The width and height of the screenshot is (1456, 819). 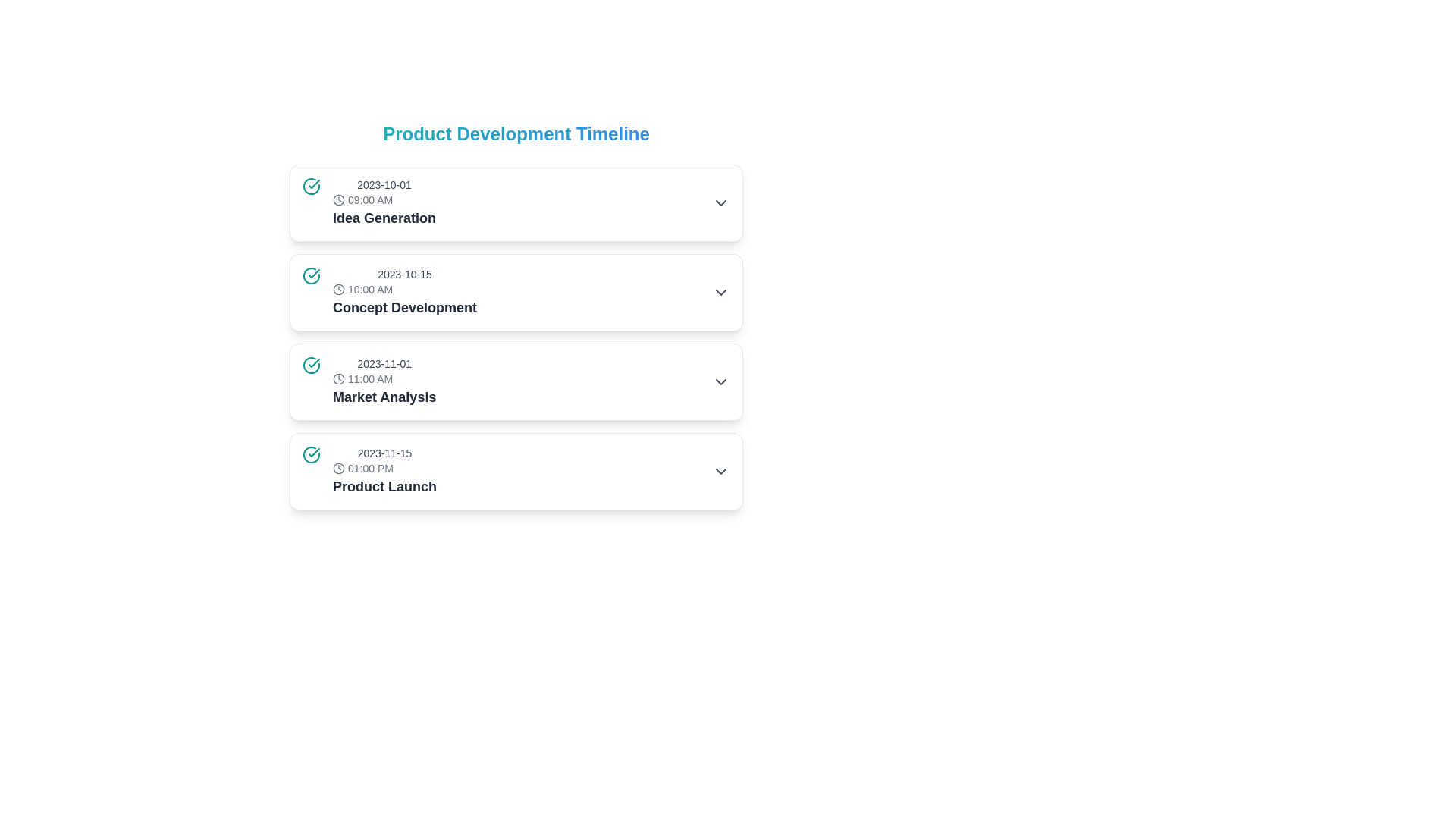 I want to click on the timestamp element displaying '10:00 AM' with a muted gray font, which is part of the 'Concept Development' entry in the event list, so click(x=404, y=289).